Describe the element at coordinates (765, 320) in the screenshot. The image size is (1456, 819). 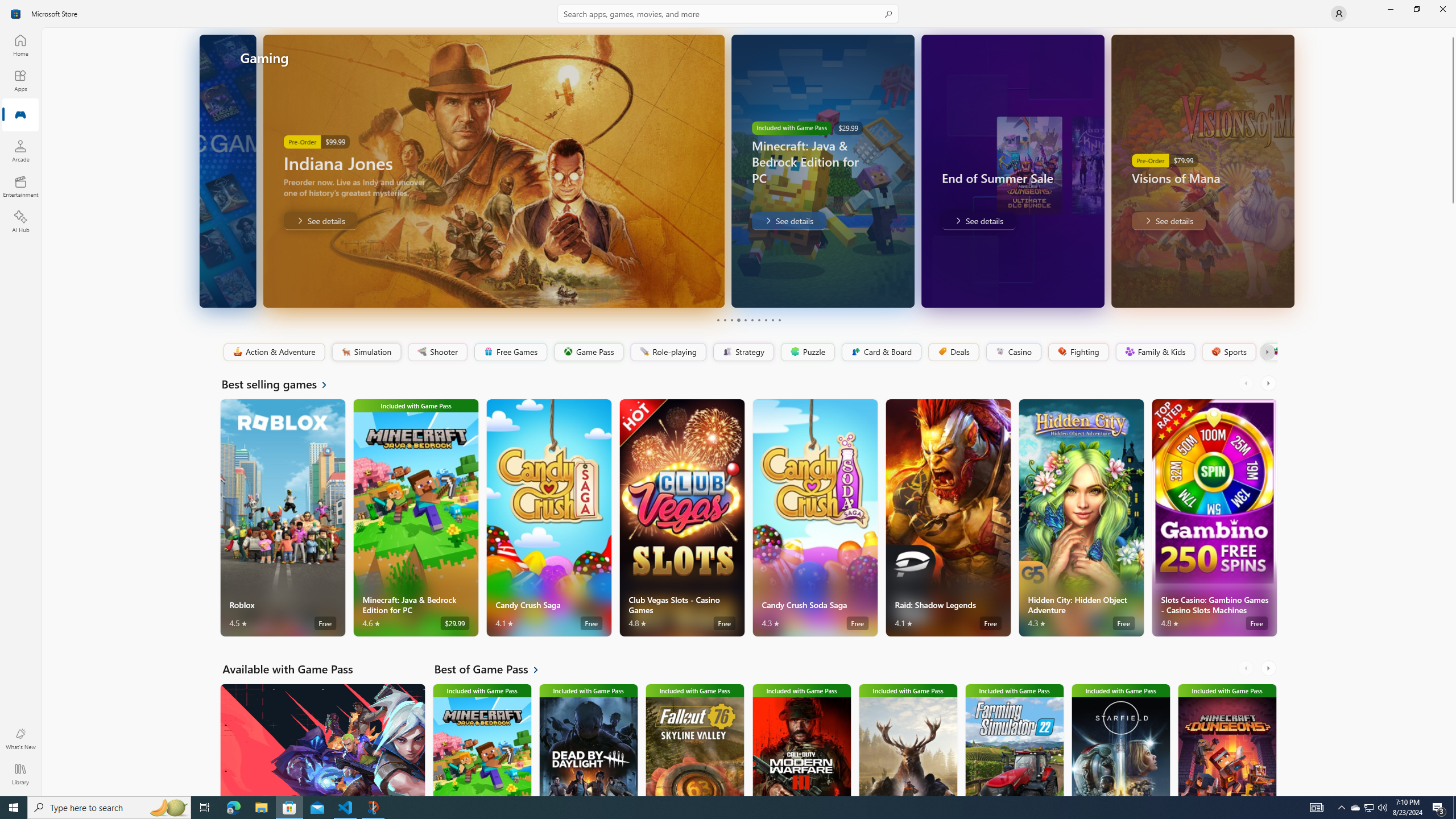
I see `'Page 8'` at that location.